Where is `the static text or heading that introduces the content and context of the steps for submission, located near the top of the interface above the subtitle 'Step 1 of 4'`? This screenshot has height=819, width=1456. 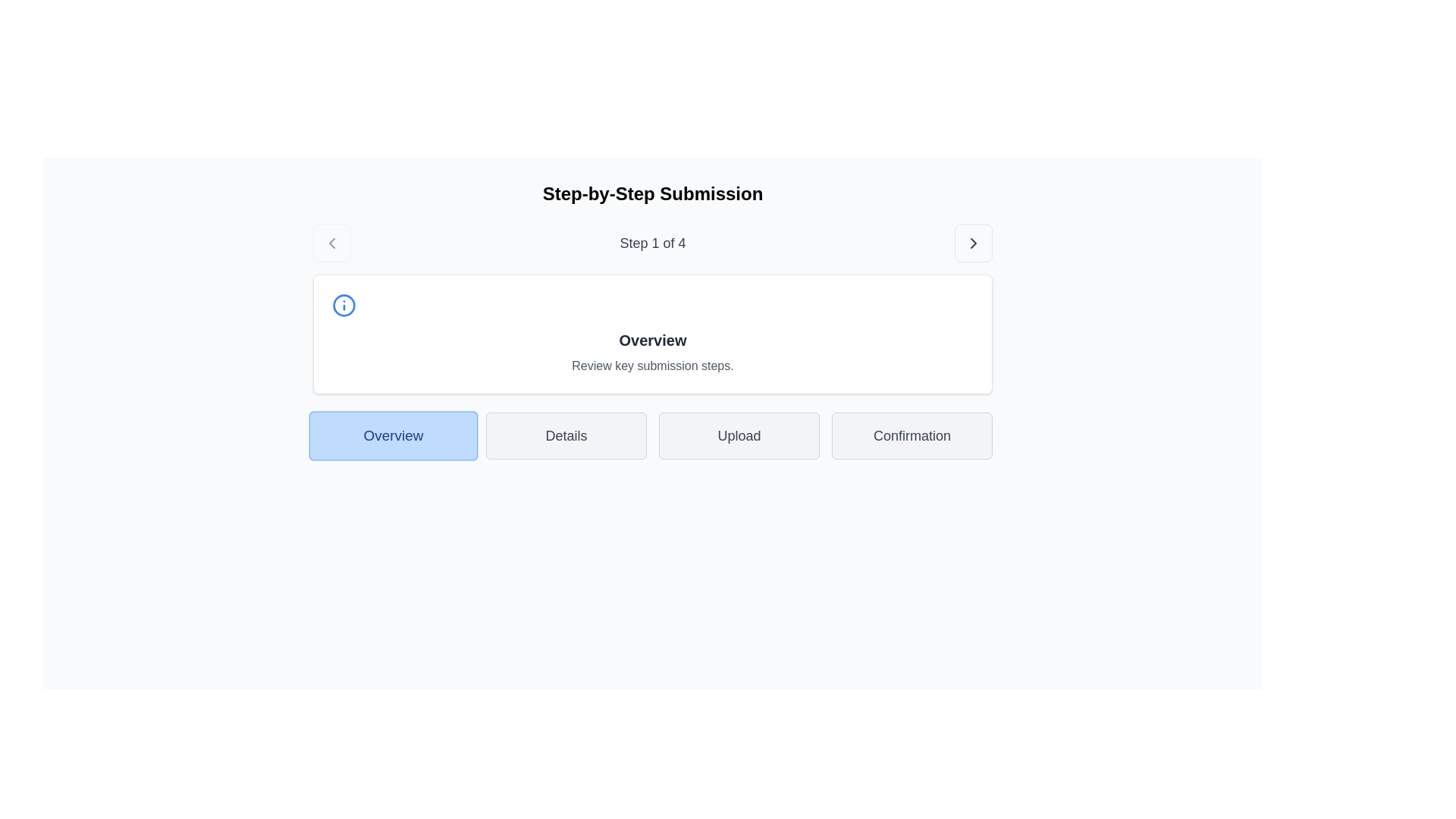 the static text or heading that introduces the content and context of the steps for submission, located near the top of the interface above the subtitle 'Step 1 of 4' is located at coordinates (652, 193).